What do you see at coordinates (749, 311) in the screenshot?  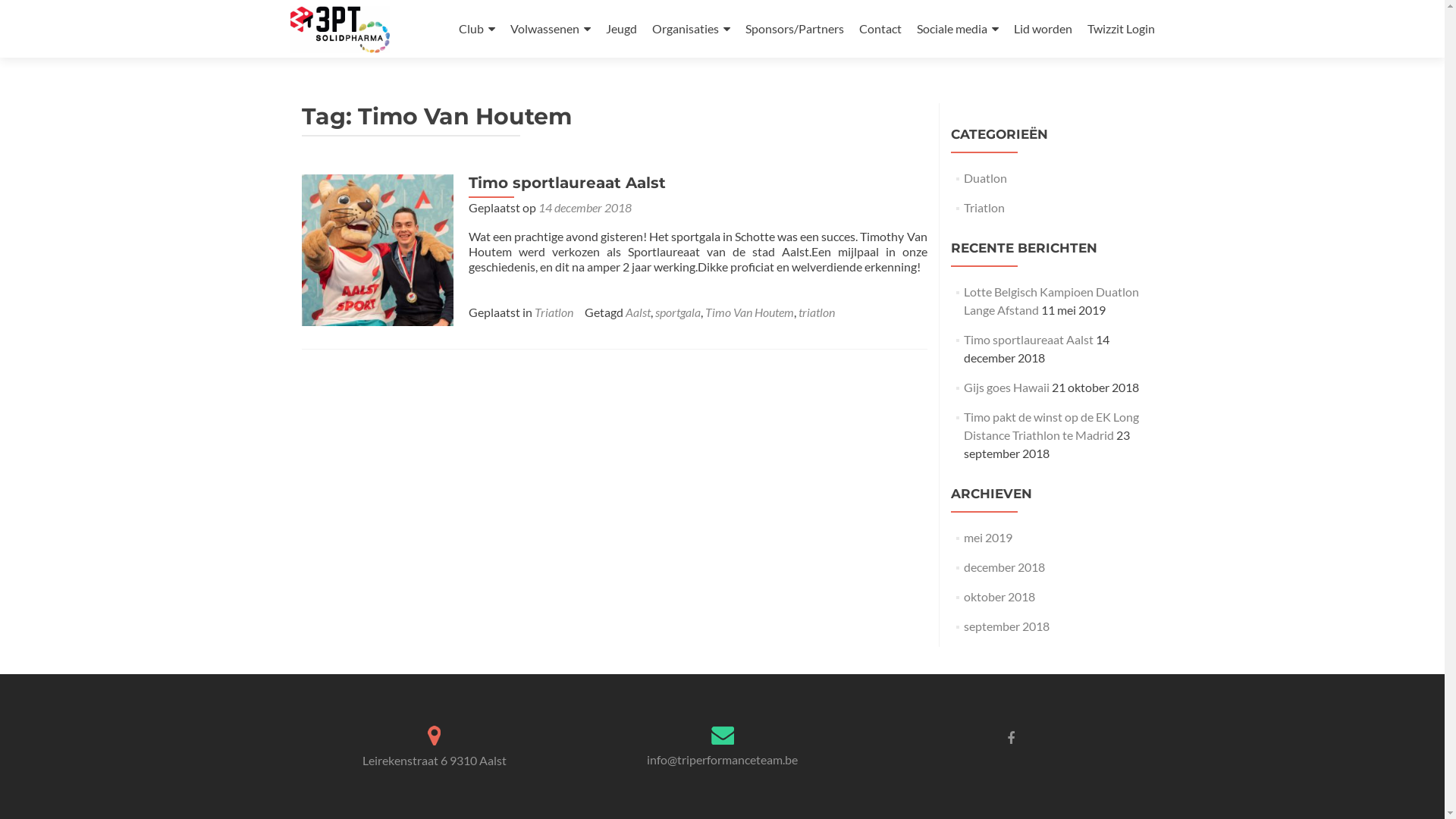 I see `'Timo Van Houtem'` at bounding box center [749, 311].